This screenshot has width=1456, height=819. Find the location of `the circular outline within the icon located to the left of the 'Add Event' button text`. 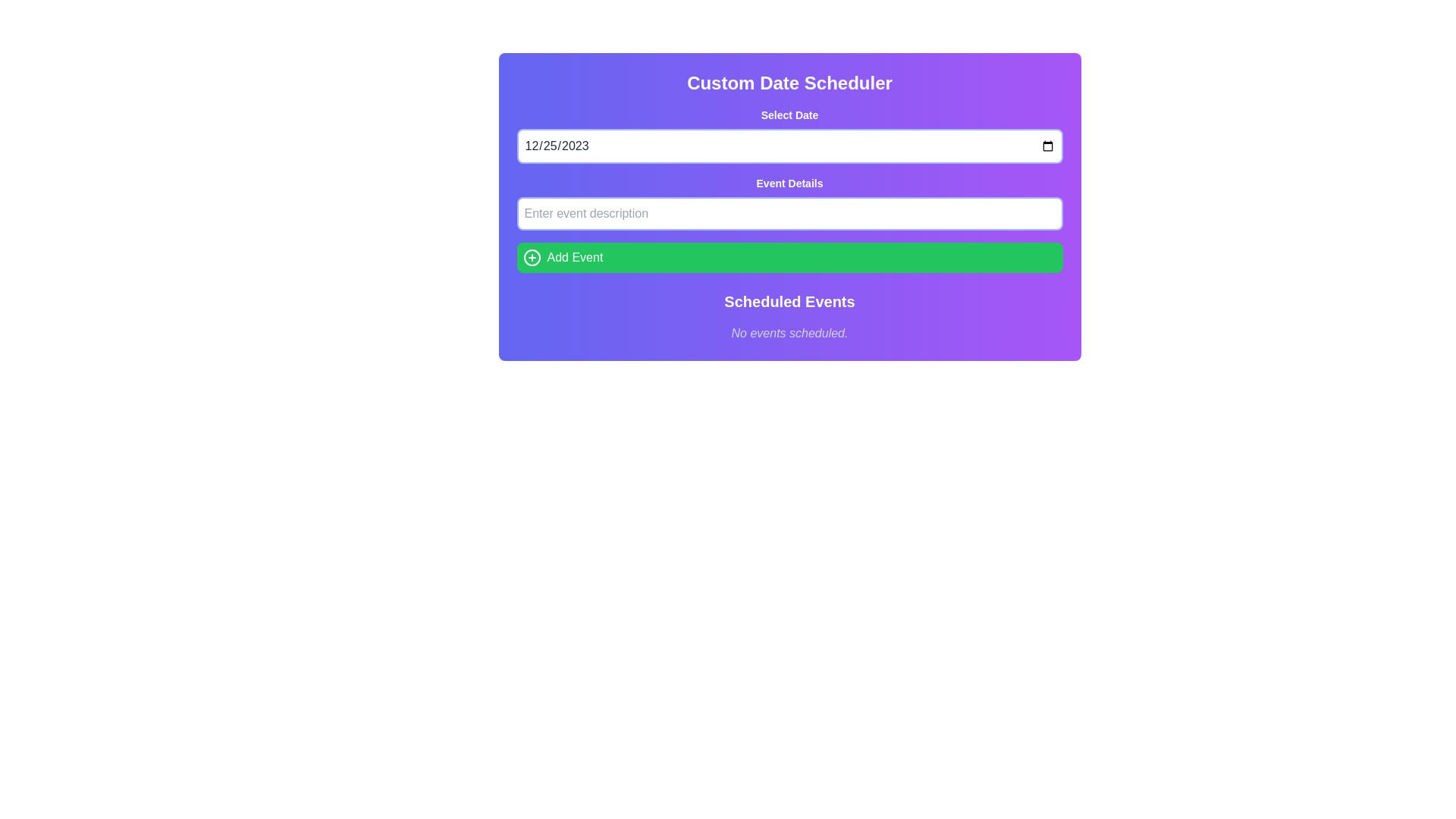

the circular outline within the icon located to the left of the 'Add Event' button text is located at coordinates (532, 256).